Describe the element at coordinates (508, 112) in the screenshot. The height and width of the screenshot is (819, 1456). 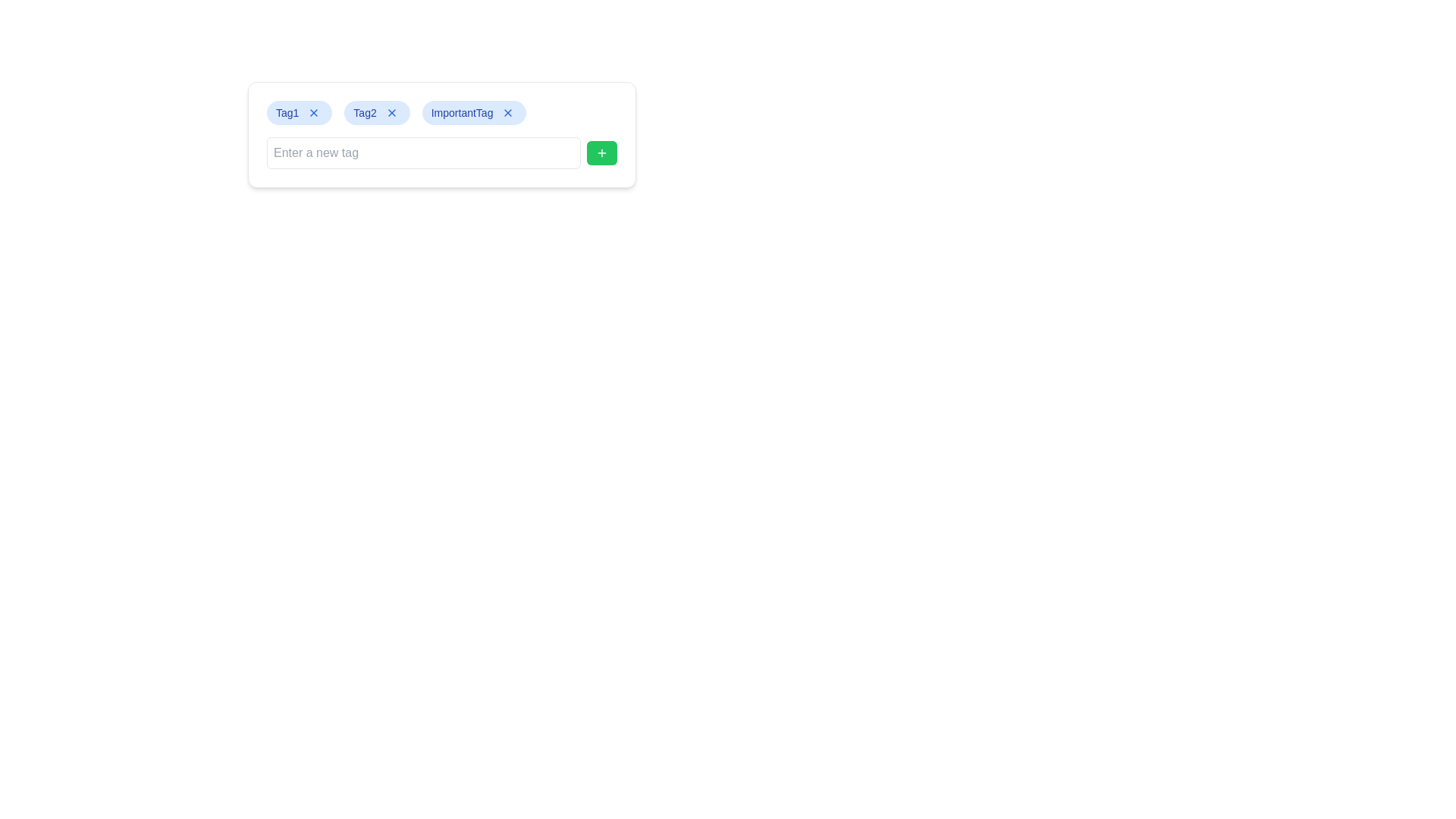
I see `the small button-like icon with an 'X' symbol, which is styled with a transparent background and blue border, located at the right end of the 'ImportantTag'` at that location.